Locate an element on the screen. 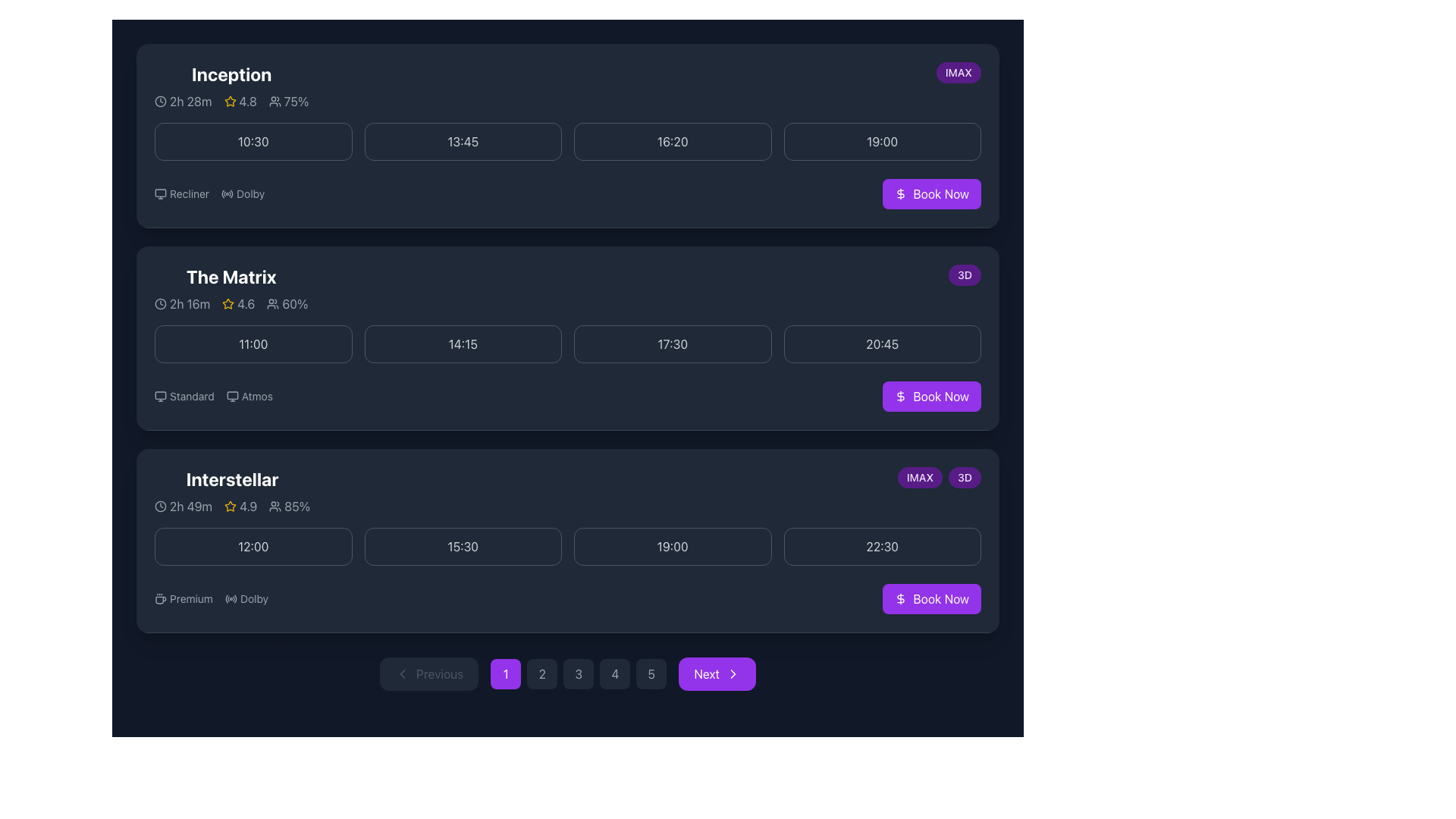 The width and height of the screenshot is (1456, 819). the 'Next' button is located at coordinates (717, 673).